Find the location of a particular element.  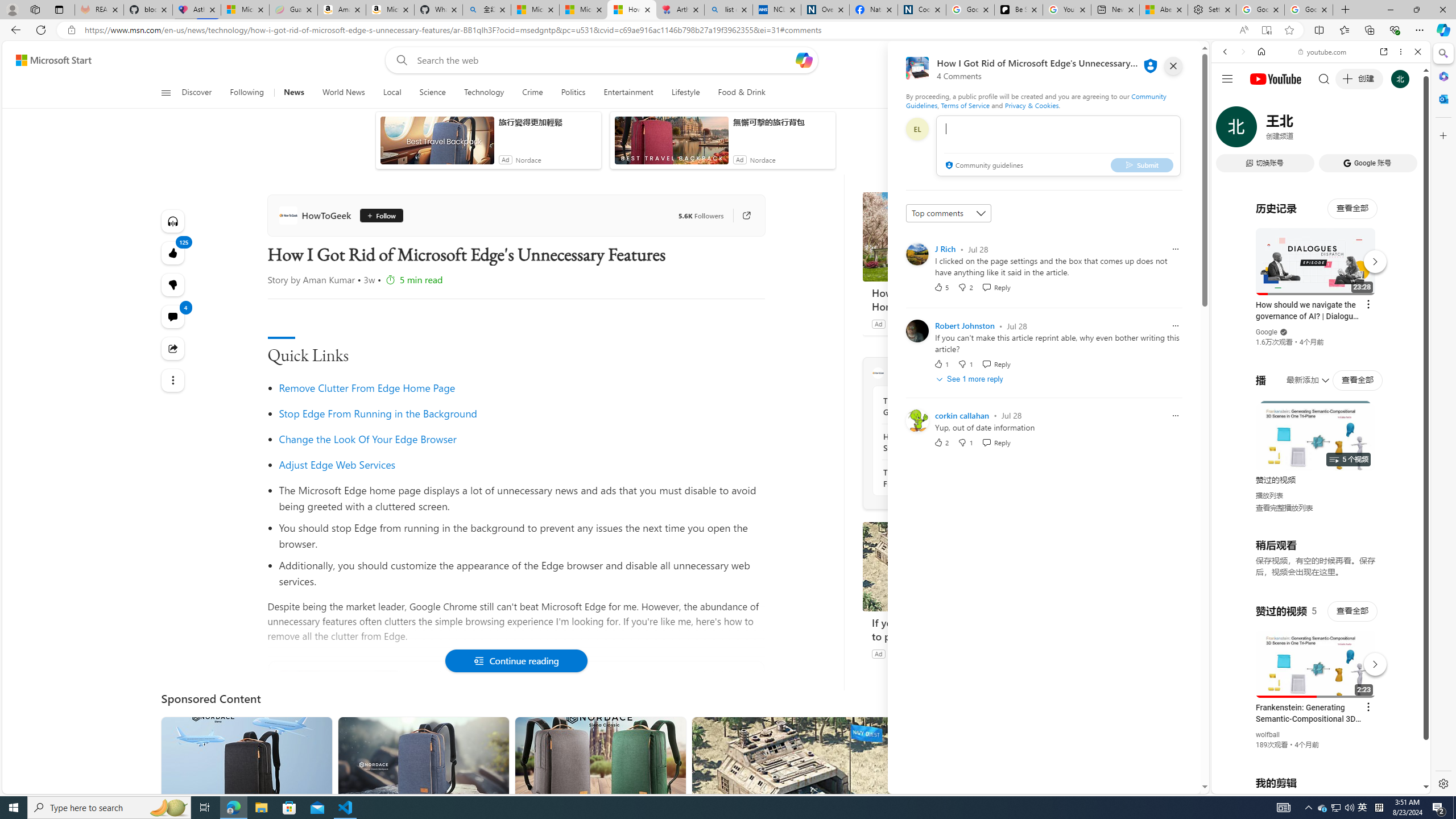

'list of asthma inhalers uk - Search' is located at coordinates (728, 9).